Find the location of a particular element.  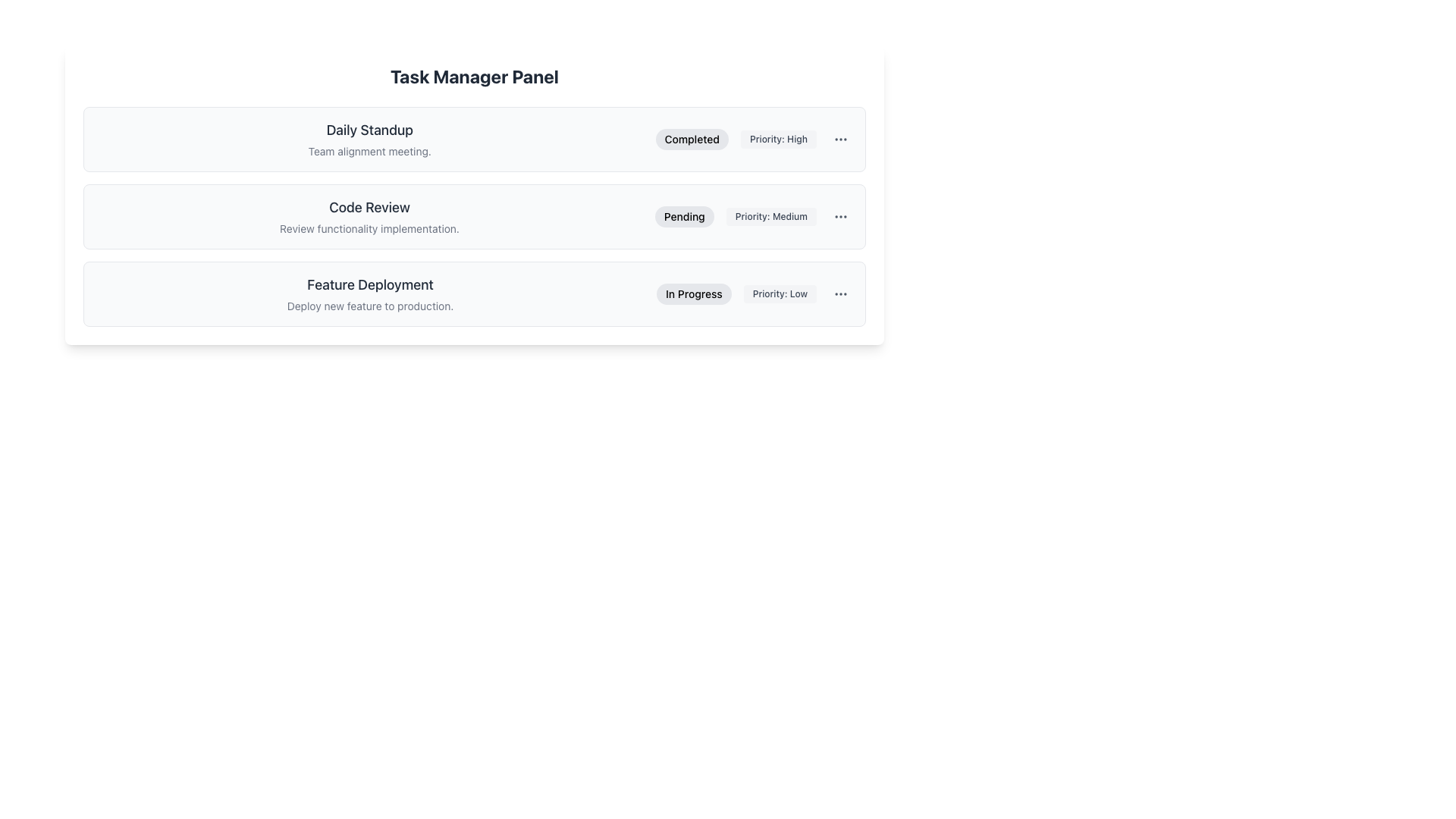

text displayed in the Text Label that says 'Team alignment meeting.' located under the 'Daily Standup' heading in the first task card is located at coordinates (369, 152).